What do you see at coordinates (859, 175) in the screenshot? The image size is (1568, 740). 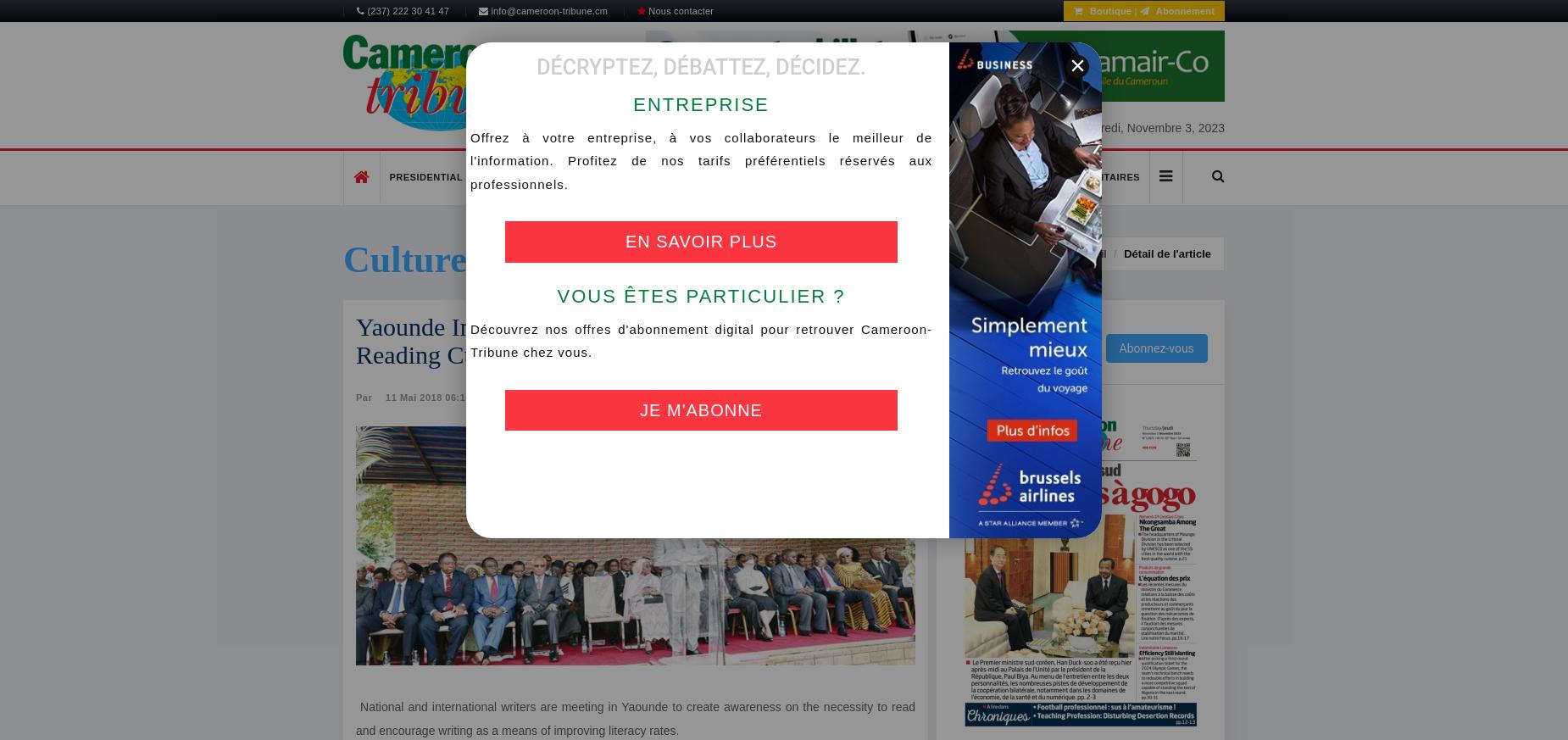 I see `'International'` at bounding box center [859, 175].